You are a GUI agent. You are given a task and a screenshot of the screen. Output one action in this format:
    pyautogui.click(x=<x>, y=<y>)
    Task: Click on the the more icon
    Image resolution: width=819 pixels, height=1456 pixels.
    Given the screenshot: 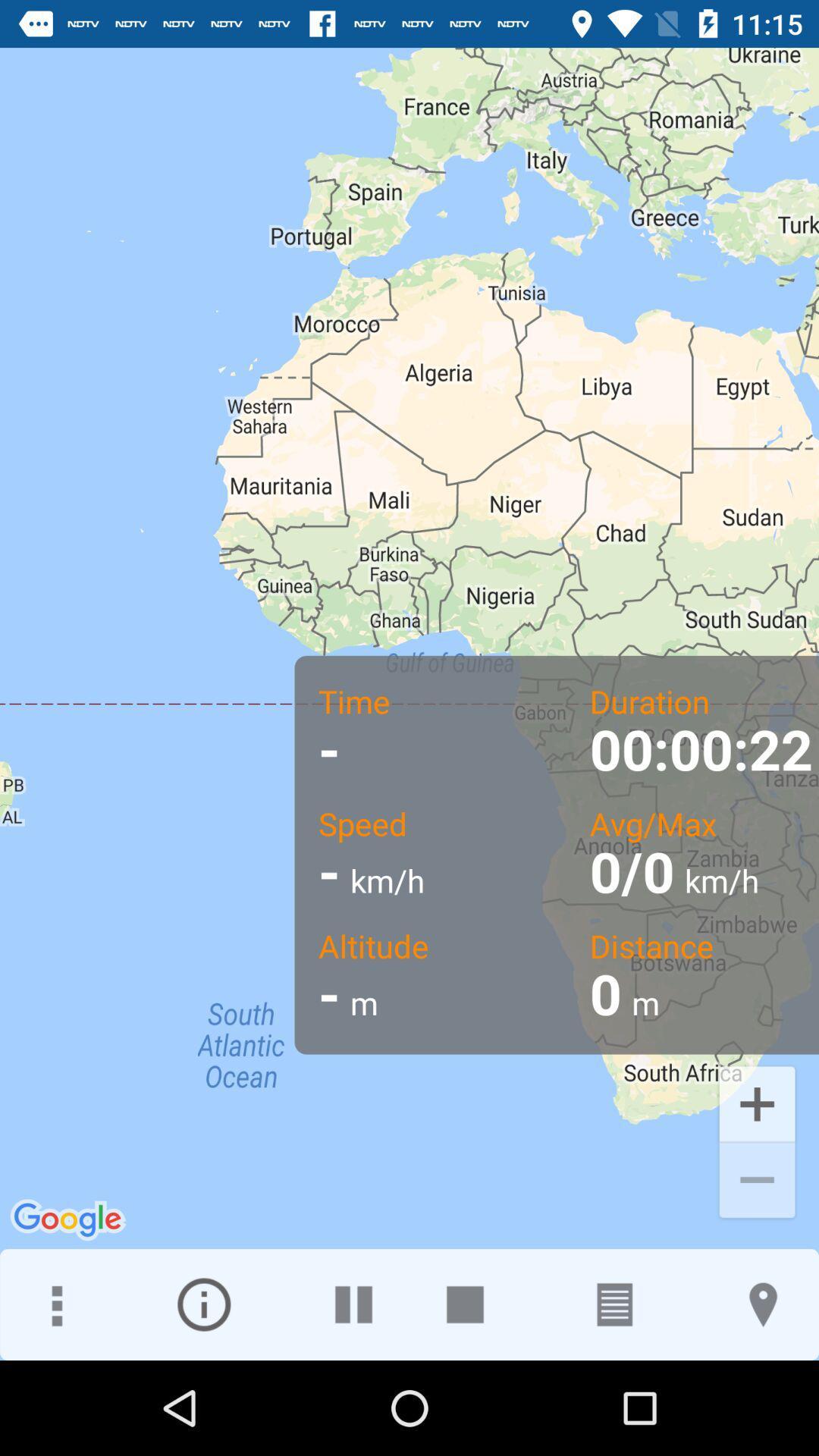 What is the action you would take?
    pyautogui.click(x=55, y=1304)
    